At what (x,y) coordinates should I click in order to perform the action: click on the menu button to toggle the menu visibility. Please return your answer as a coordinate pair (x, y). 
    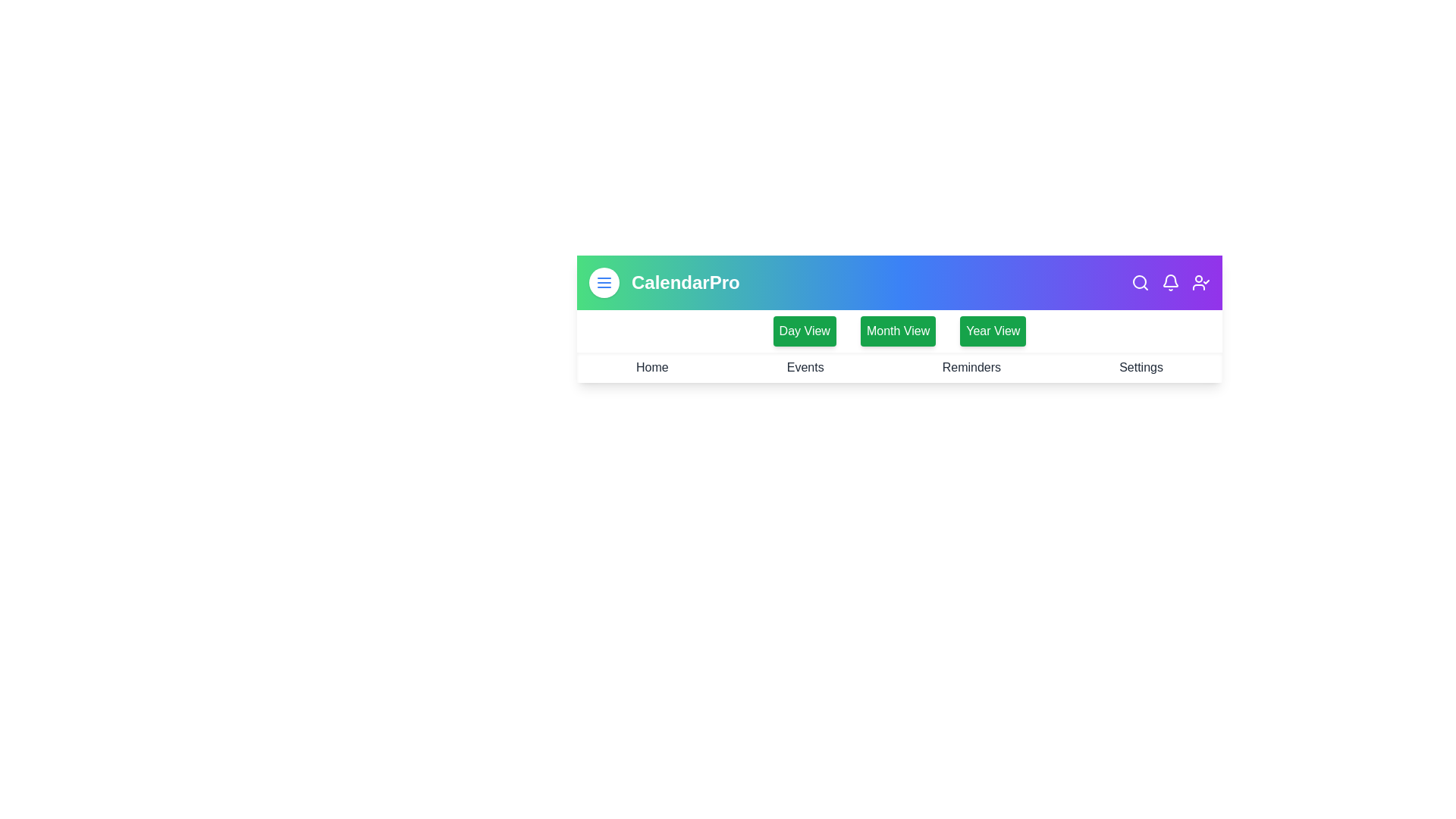
    Looking at the image, I should click on (603, 283).